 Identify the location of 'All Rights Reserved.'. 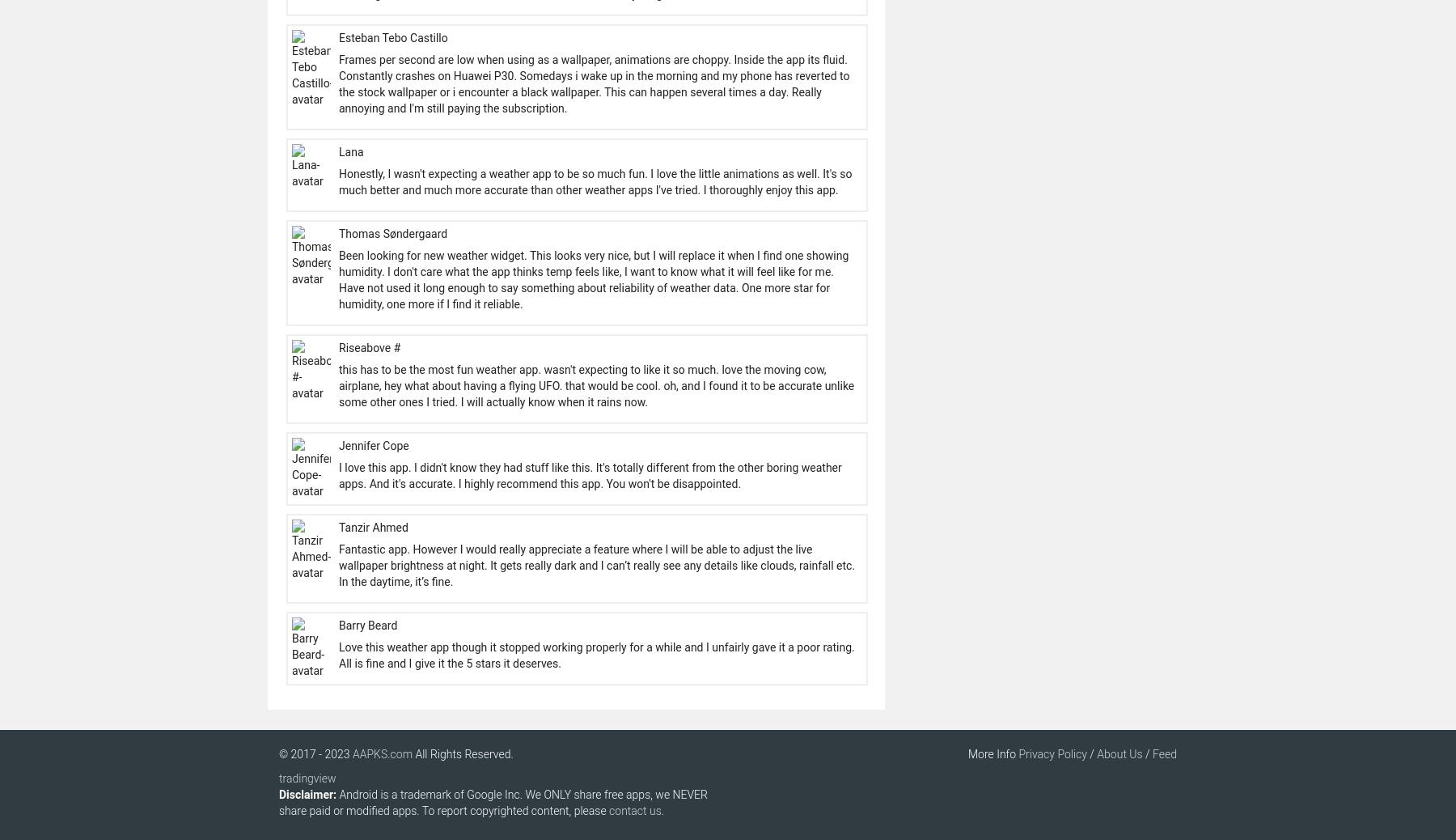
(463, 754).